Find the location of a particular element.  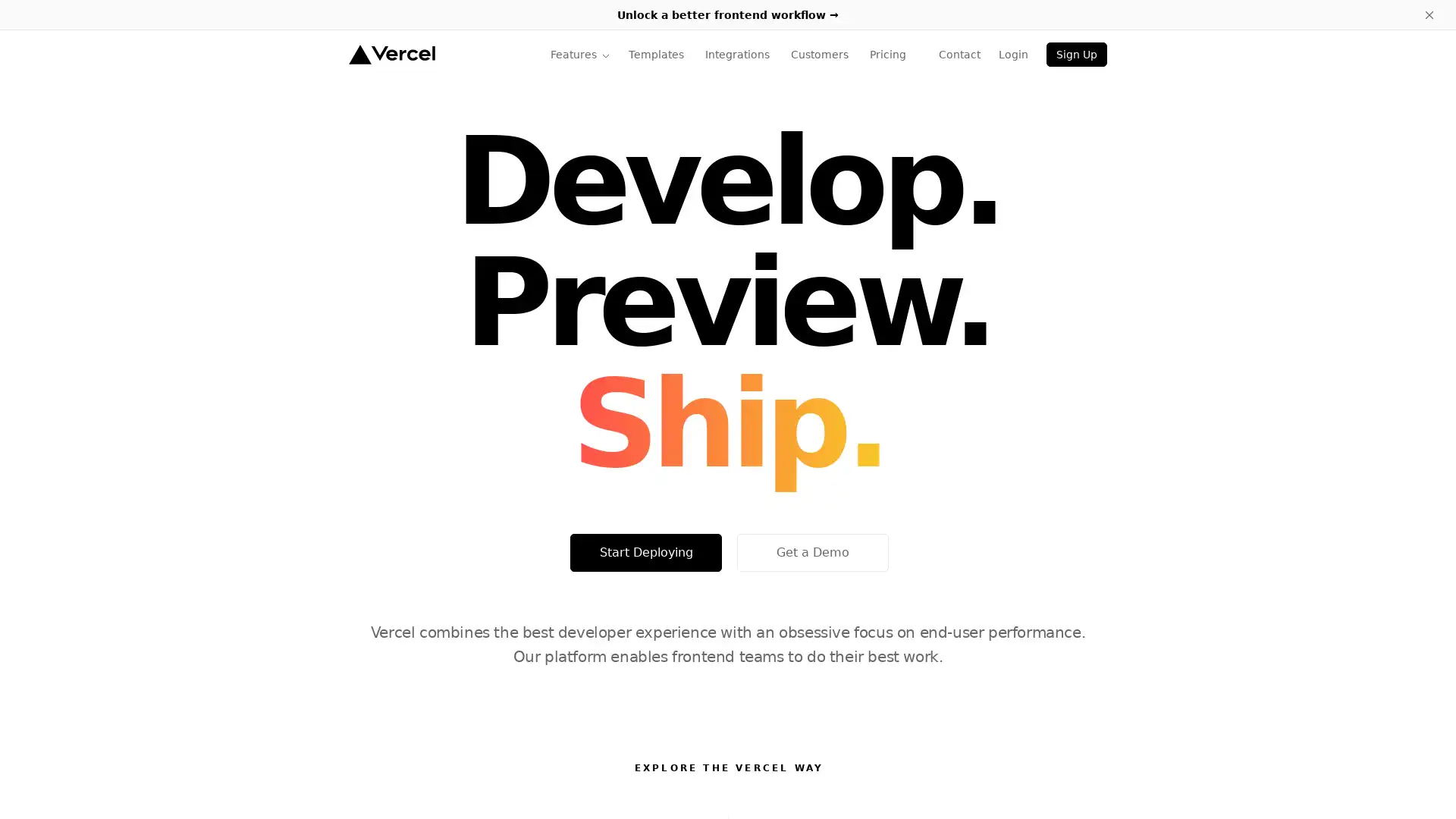

Sign Up is located at coordinates (1076, 54).